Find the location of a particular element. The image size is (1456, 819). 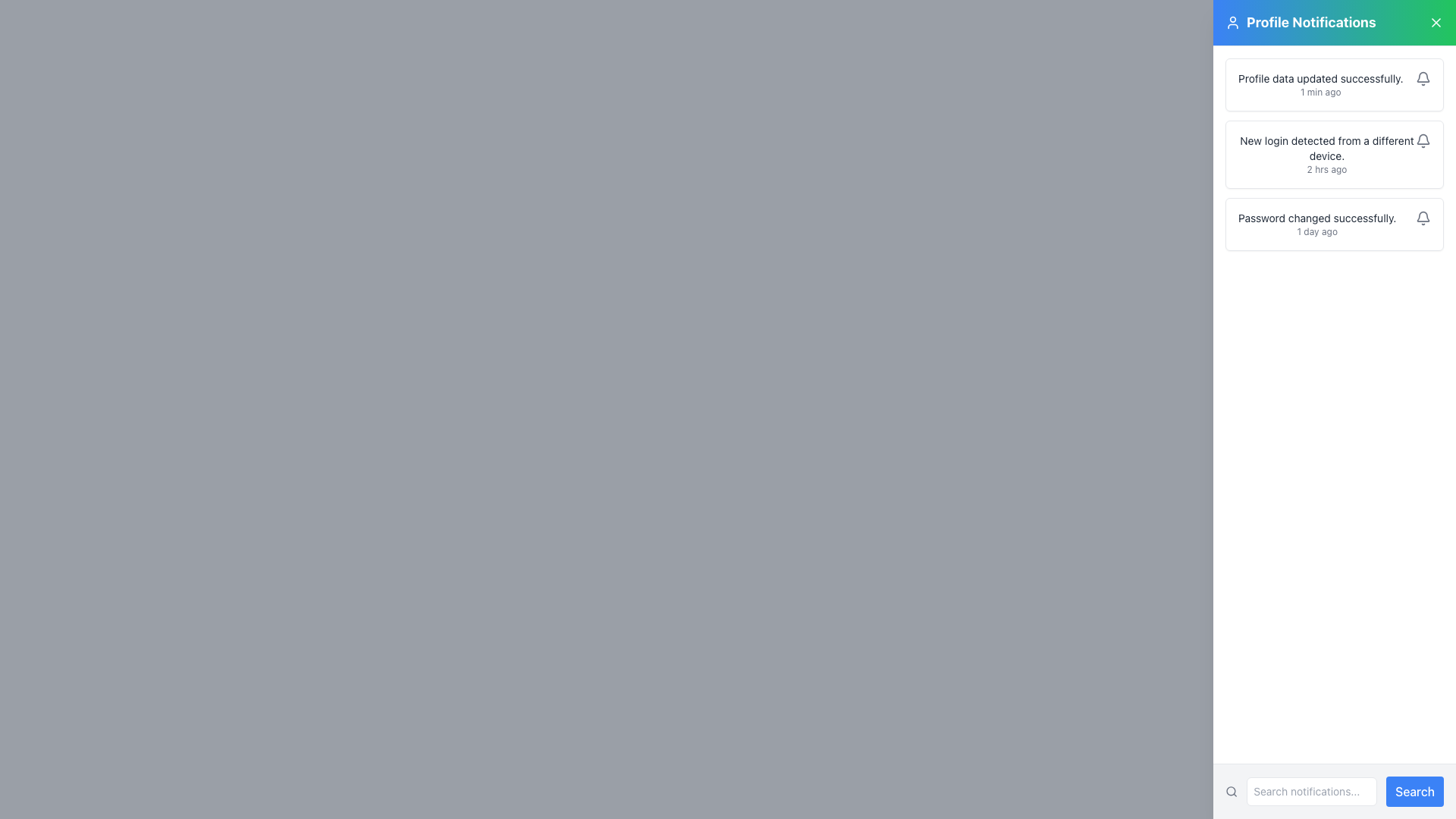

the notification text block that states 'New login detected from a different device.' to possibly reveal additional context or options is located at coordinates (1326, 155).